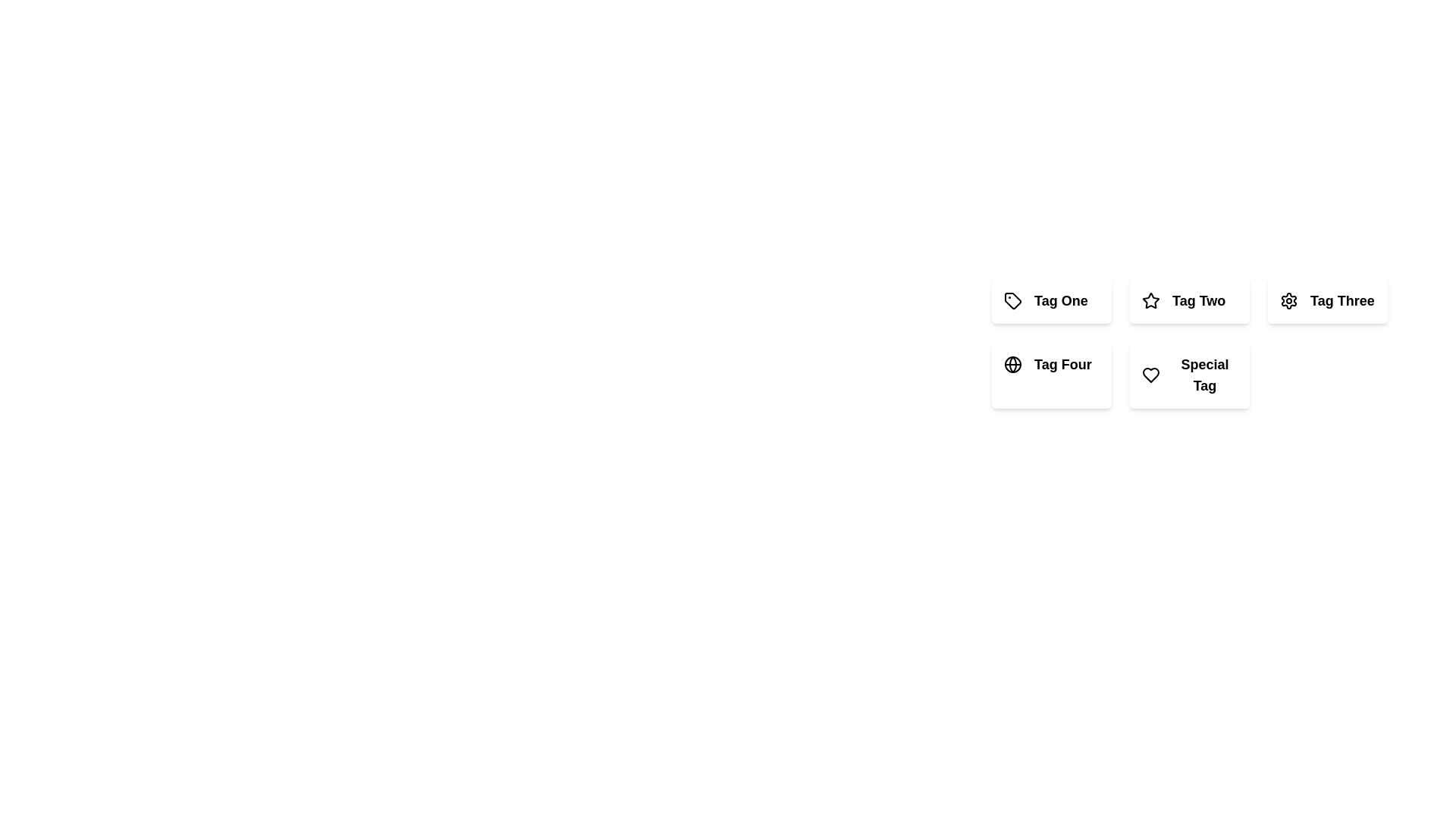 This screenshot has height=819, width=1456. I want to click on the gear-shaped icon, which is the third item from the left in the top row of a grid layout, indicative of settings functionalities, so click(1288, 301).